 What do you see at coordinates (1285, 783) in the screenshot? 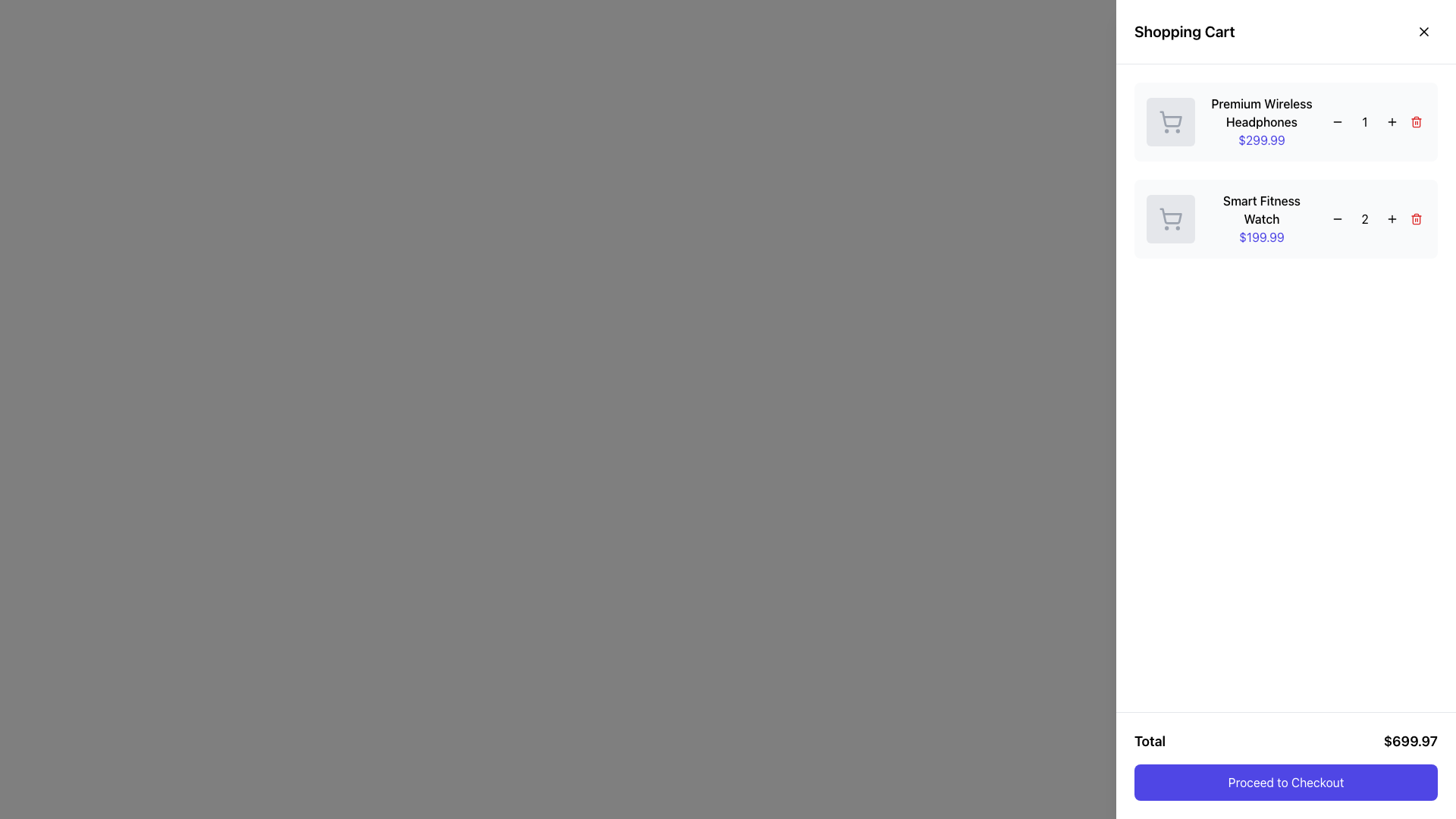
I see `the button located at the bottom-right of the shopping cart panel, directly below the 'Total $699.97' text, to proceed to the checkout page` at bounding box center [1285, 783].